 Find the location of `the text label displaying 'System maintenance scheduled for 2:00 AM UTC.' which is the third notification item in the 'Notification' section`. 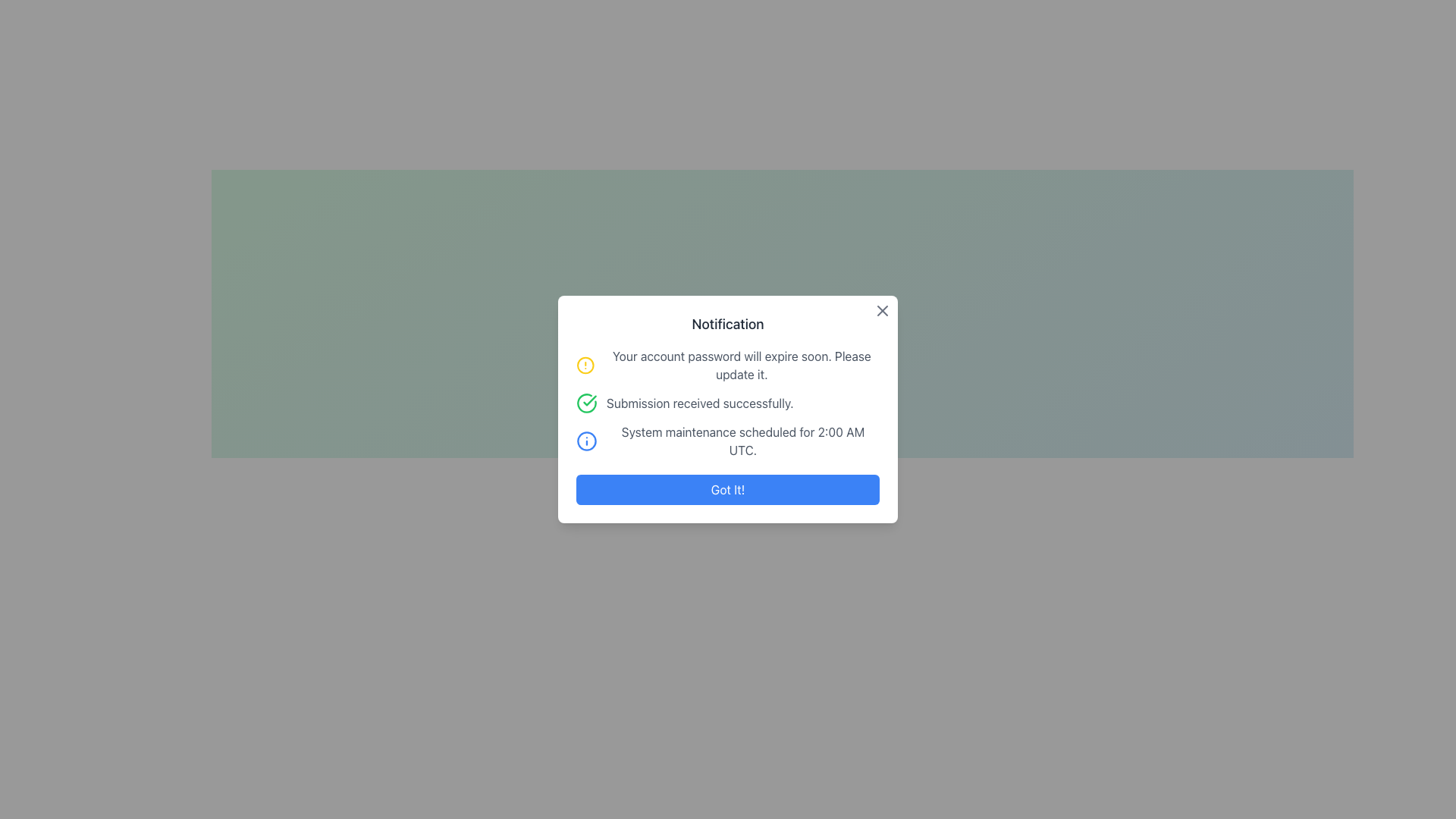

the text label displaying 'System maintenance scheduled for 2:00 AM UTC.' which is the third notification item in the 'Notification' section is located at coordinates (742, 441).